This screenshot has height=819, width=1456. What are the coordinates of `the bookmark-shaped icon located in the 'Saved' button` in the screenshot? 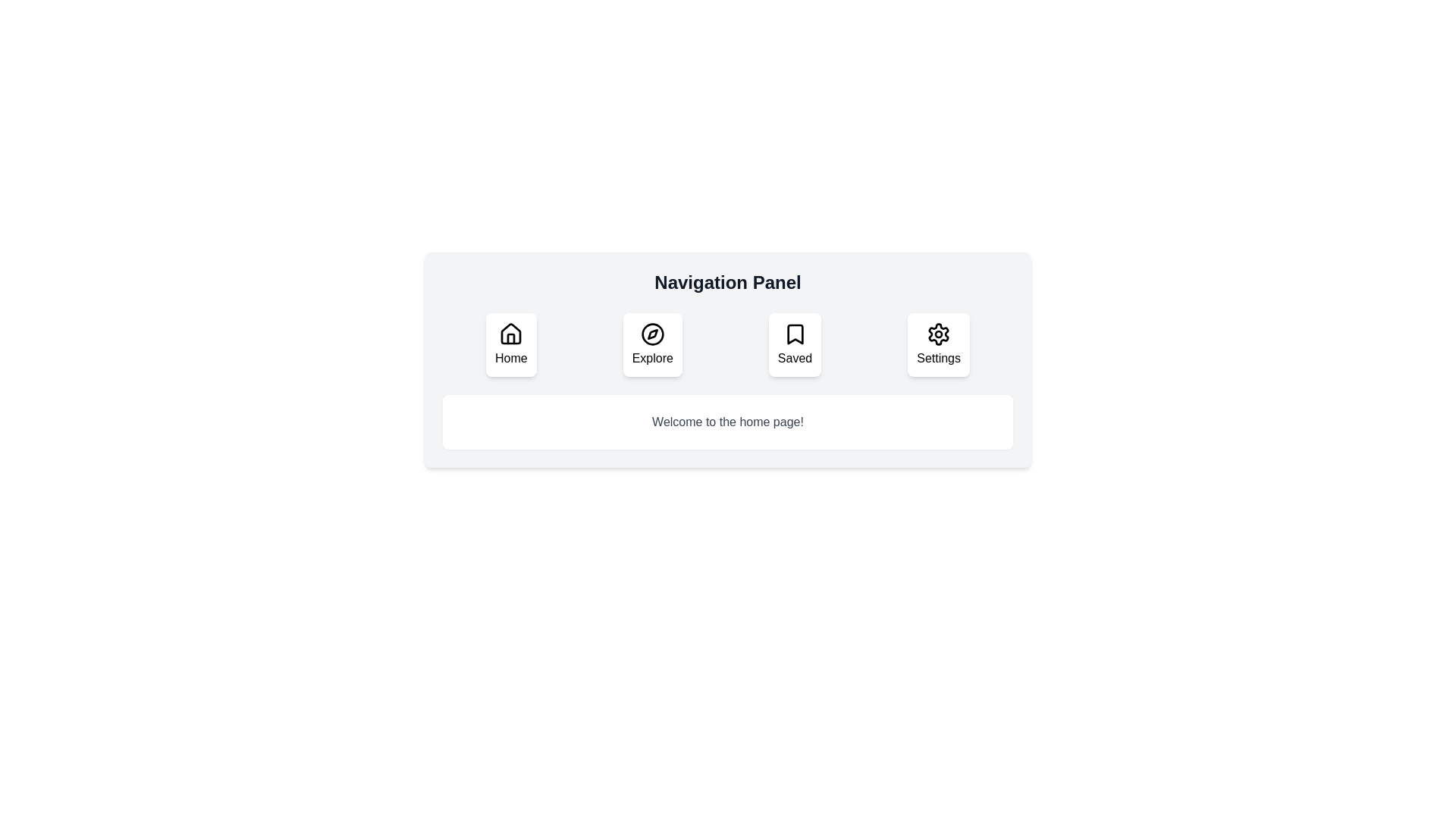 It's located at (794, 333).